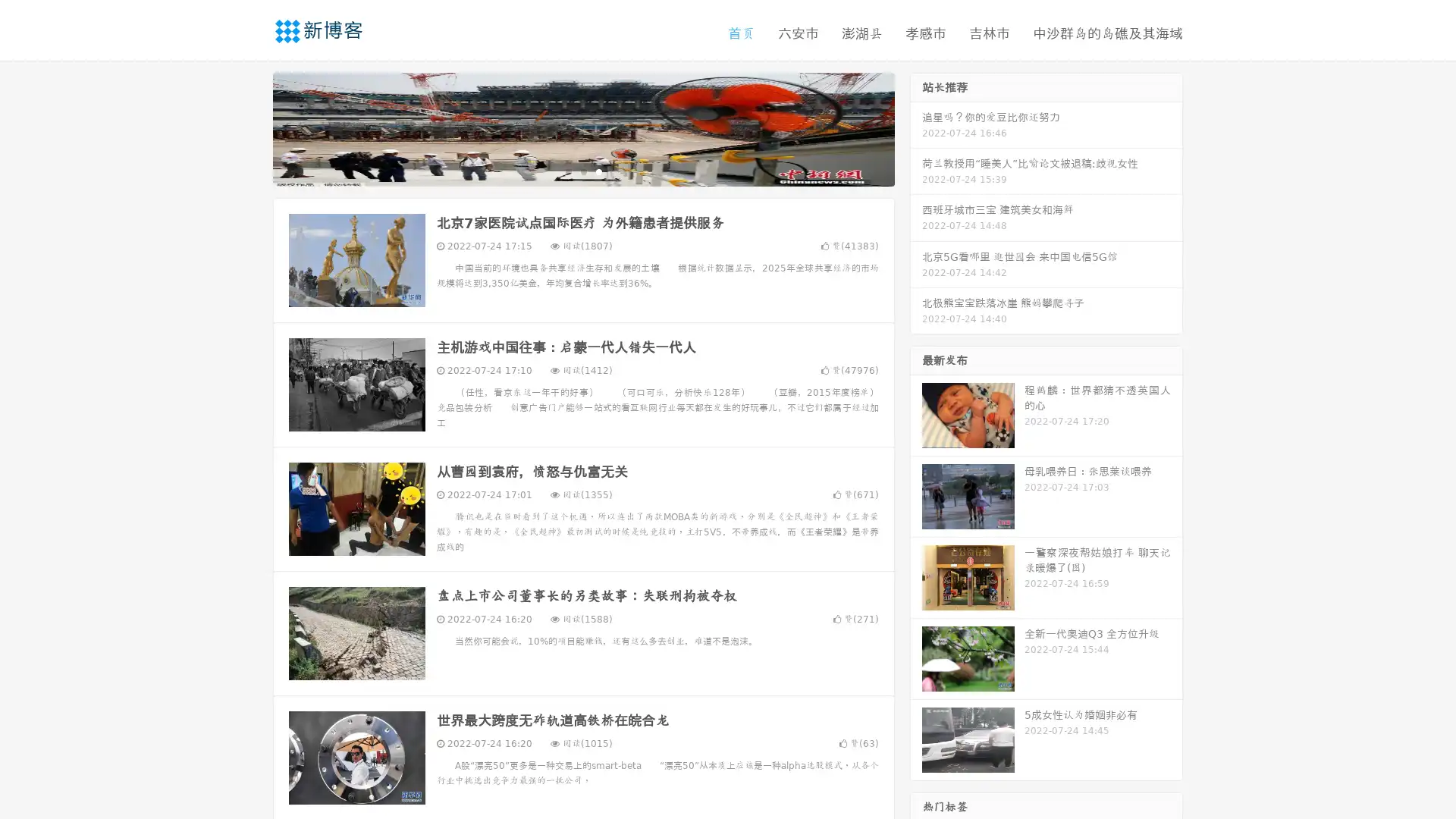 The image size is (1456, 819). I want to click on Previous slide, so click(250, 127).